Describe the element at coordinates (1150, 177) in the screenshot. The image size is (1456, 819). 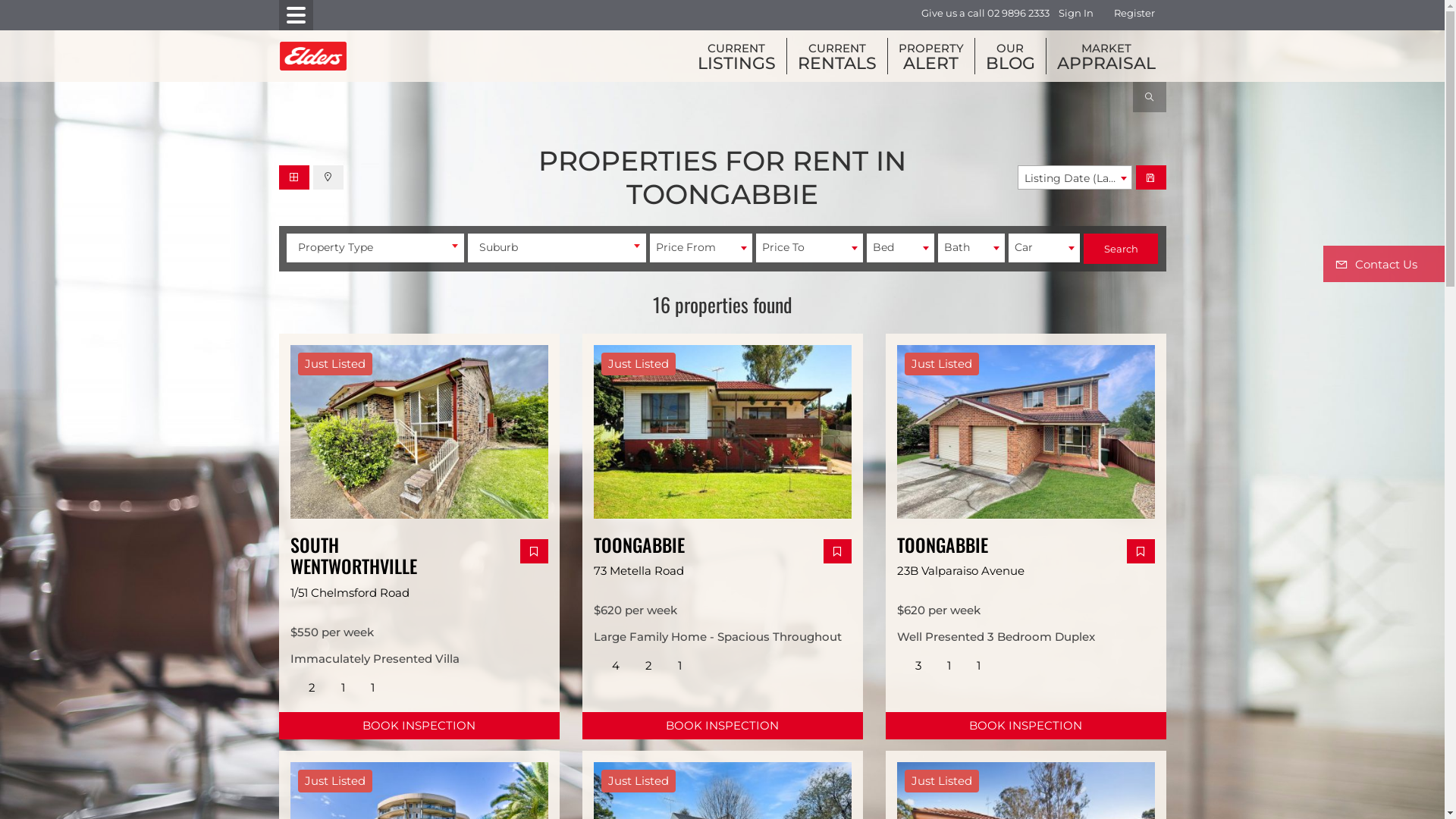
I see `'Save Search'` at that location.